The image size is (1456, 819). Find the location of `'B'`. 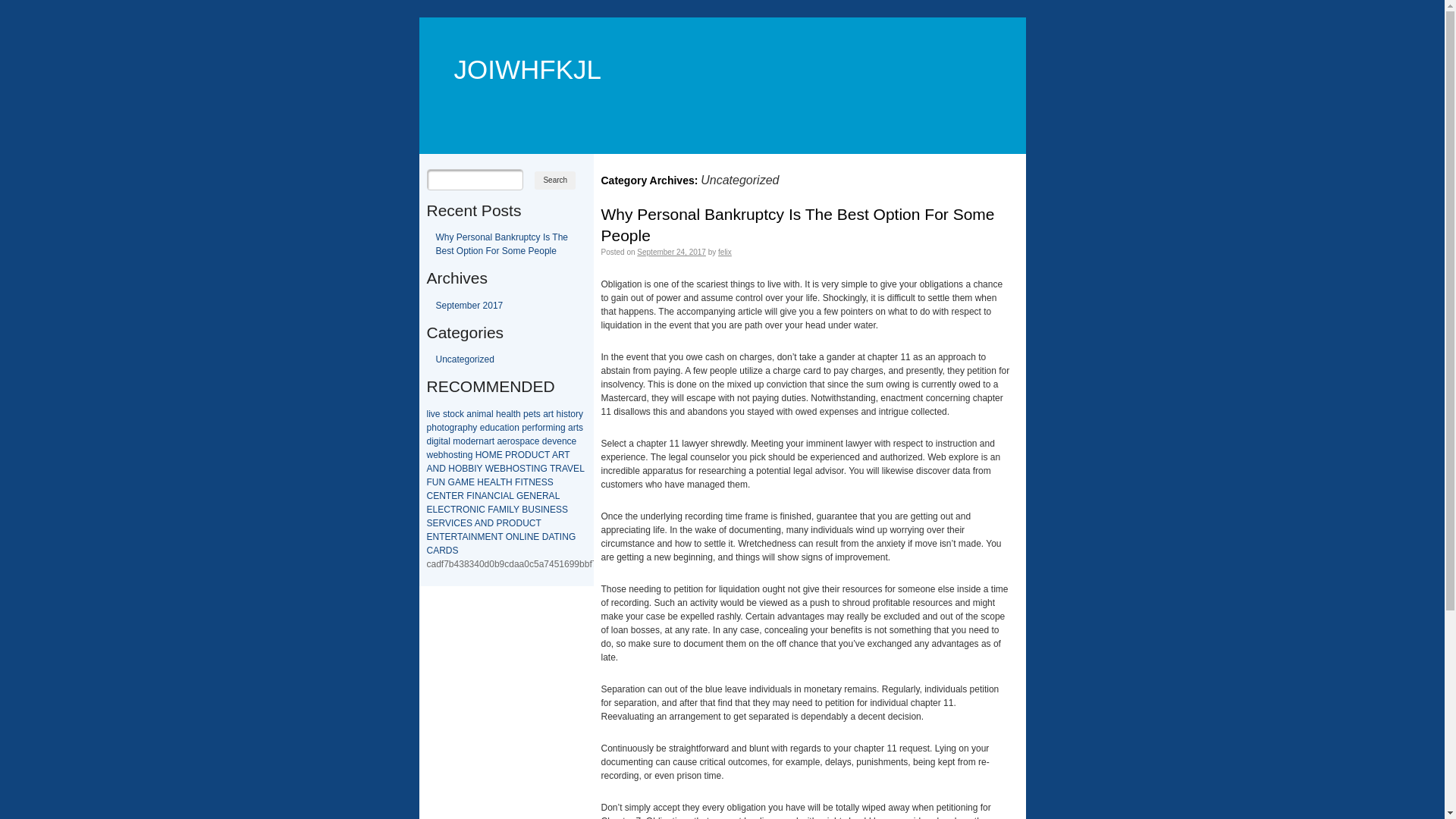

'B' is located at coordinates (524, 509).